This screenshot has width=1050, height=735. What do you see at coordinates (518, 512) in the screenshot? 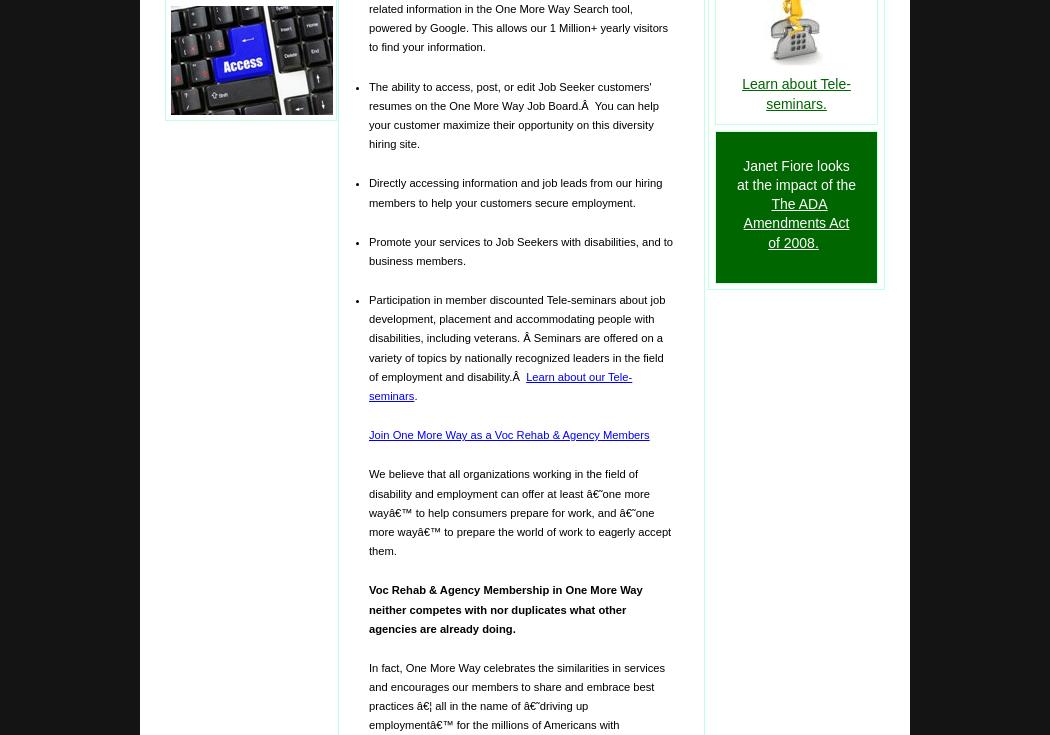
I see `'We believe that all organizations  working in the field of disability and employment can offer at least â€˜one more  wayâ€™ to help consumers prepare for work, and â€˜one more wayâ€™ to prepare the  world of work to eagerly accept them.'` at bounding box center [518, 512].